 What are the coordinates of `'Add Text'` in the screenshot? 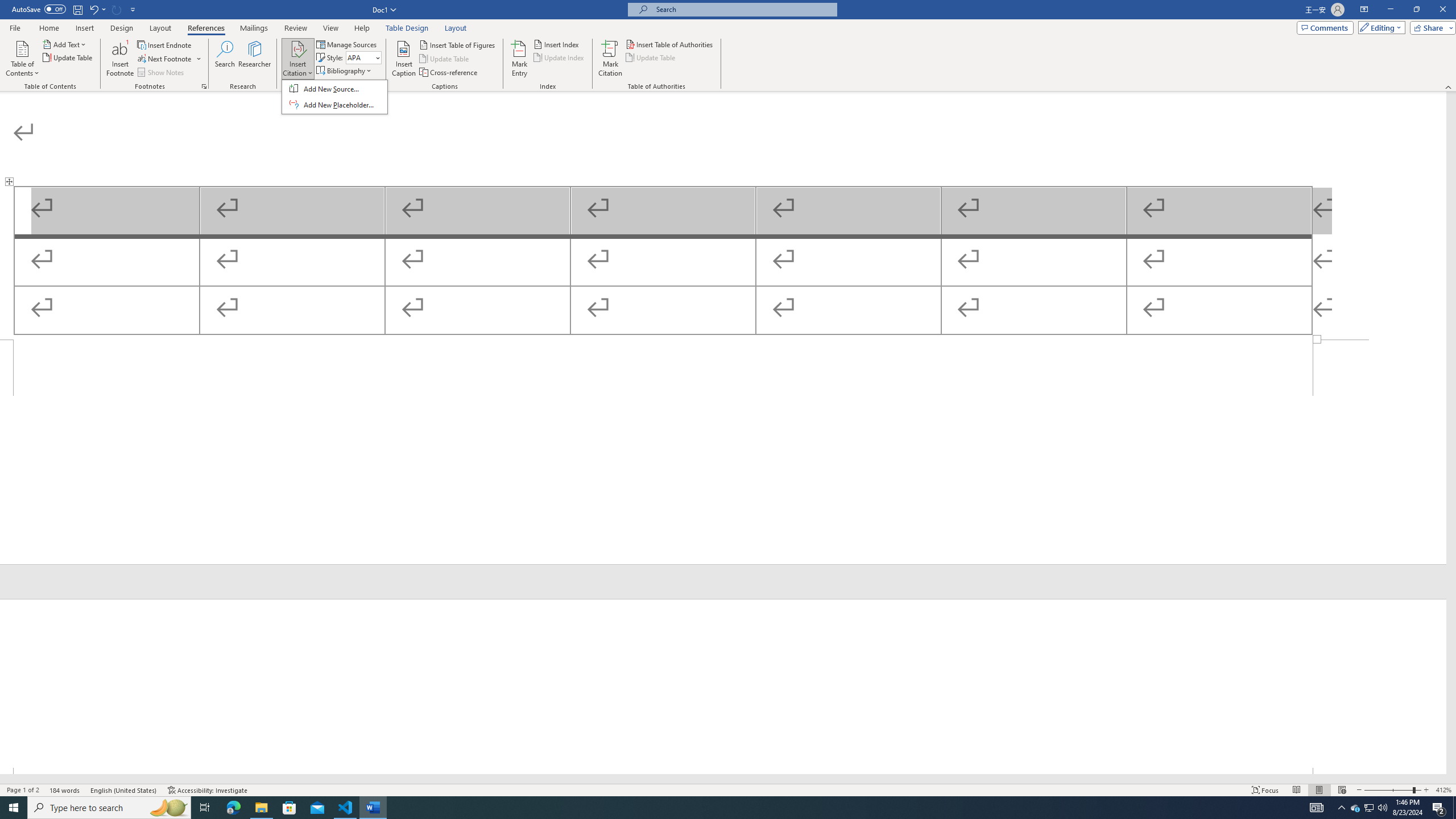 It's located at (65, 44).